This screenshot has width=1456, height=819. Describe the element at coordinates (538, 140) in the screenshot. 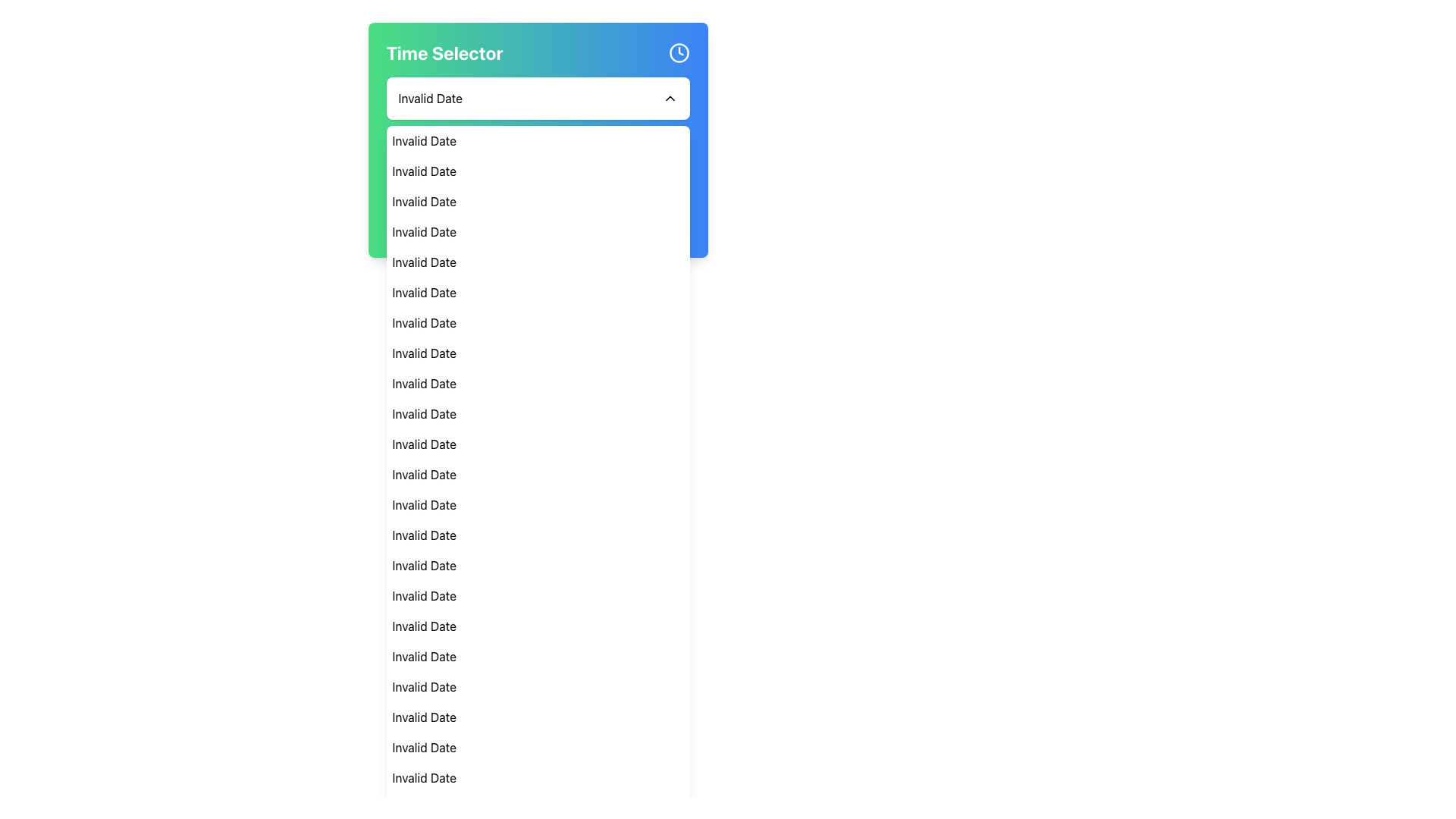

I see `the first item in the dropdown menu labeled 'Time Selector'` at that location.